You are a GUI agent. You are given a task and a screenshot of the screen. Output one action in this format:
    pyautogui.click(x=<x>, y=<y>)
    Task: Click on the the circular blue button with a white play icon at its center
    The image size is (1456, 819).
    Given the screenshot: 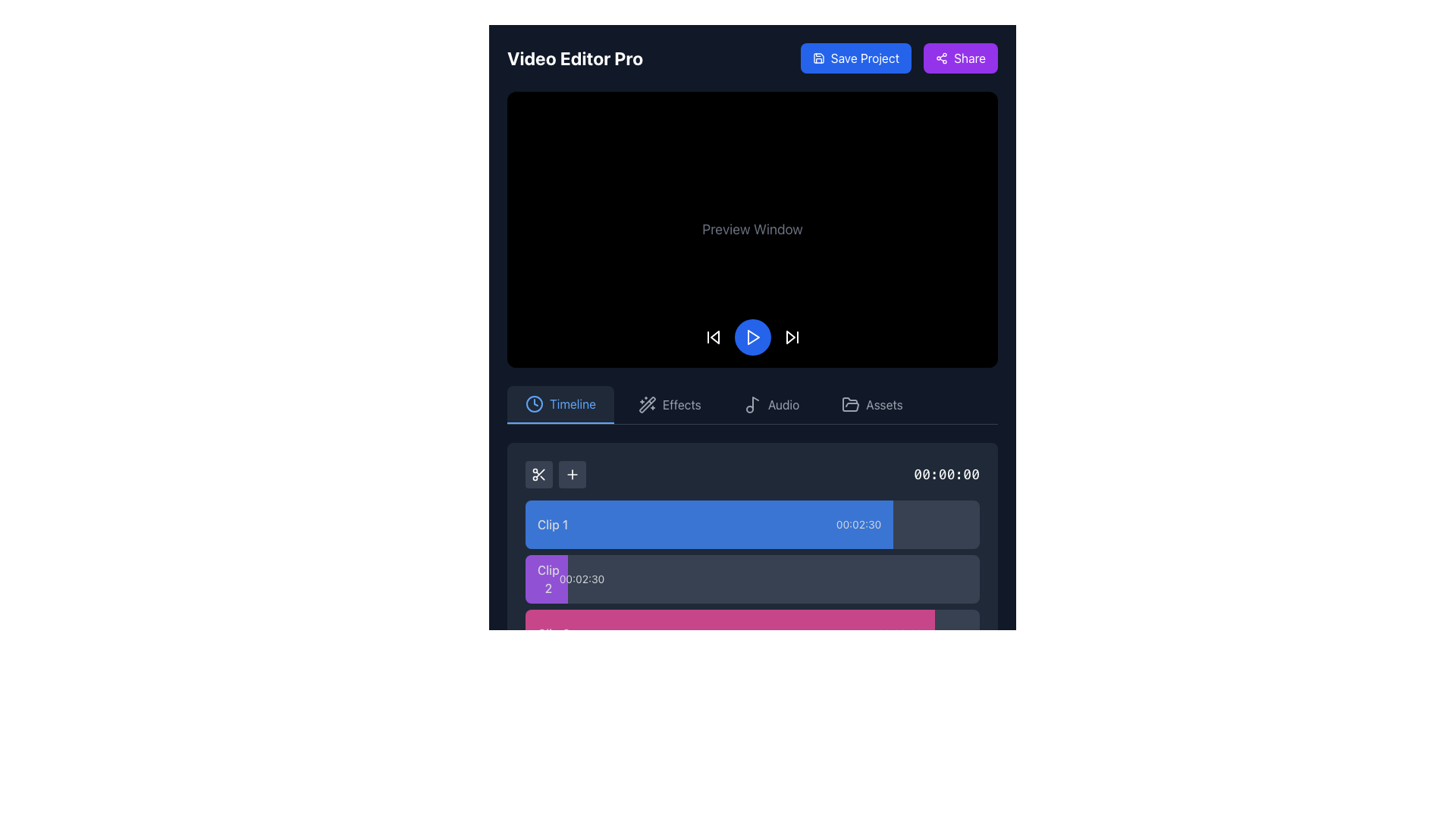 What is the action you would take?
    pyautogui.click(x=752, y=336)
    